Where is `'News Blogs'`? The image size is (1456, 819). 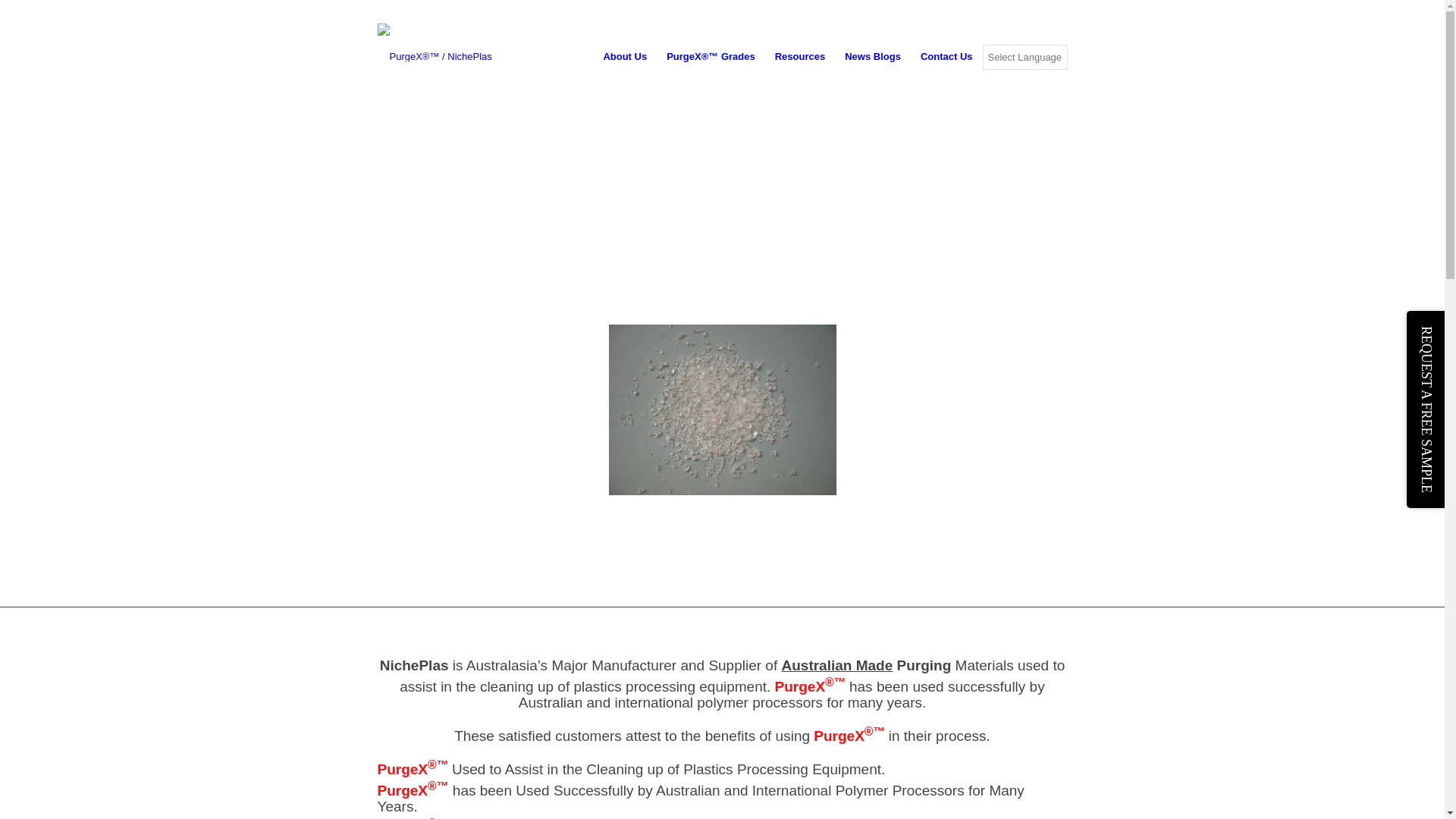 'News Blogs' is located at coordinates (833, 55).